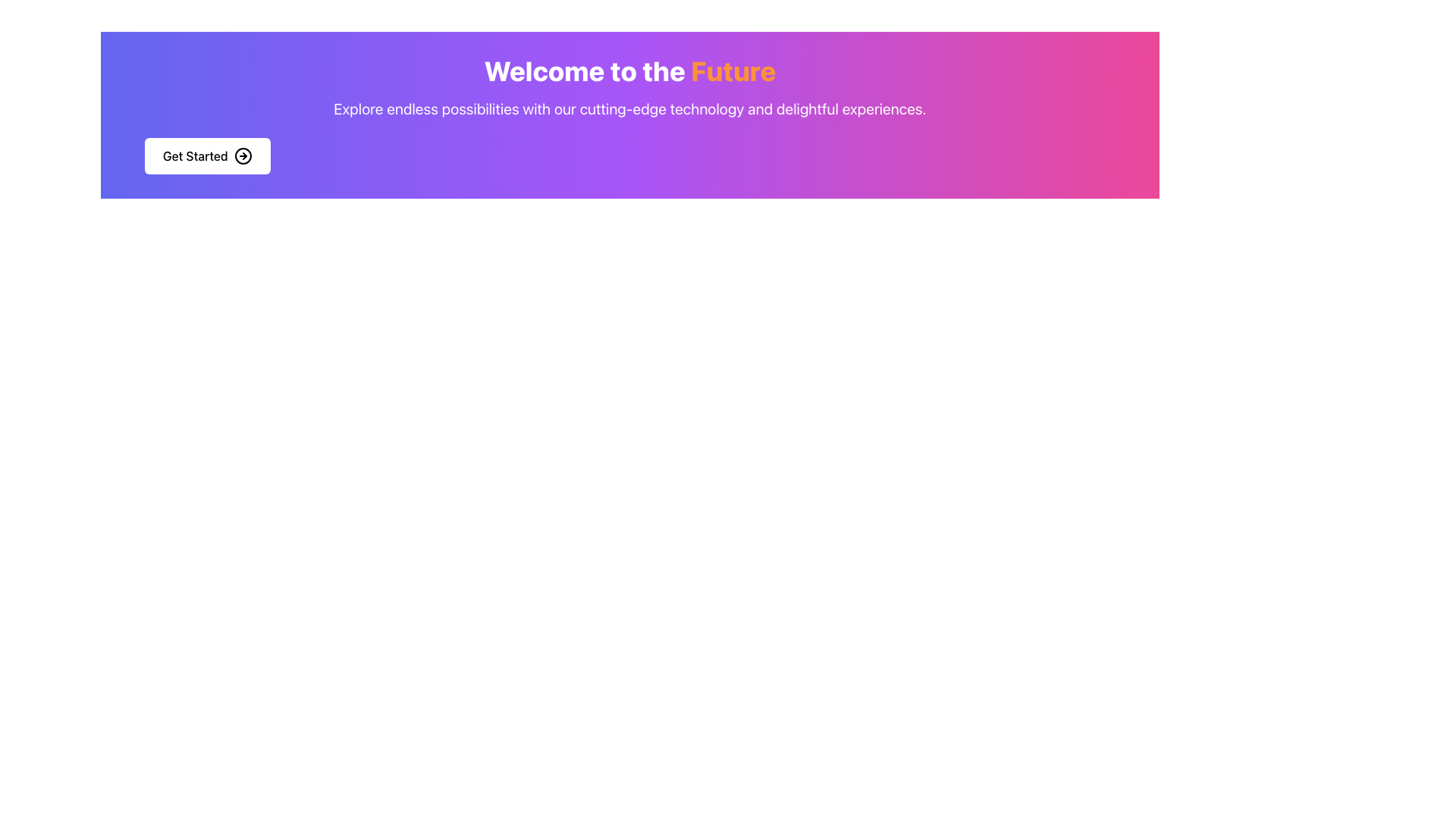 This screenshot has height=819, width=1456. What do you see at coordinates (629, 71) in the screenshot?
I see `the prominently displayed header text that reads 'Welcome to the Future', which features bold styling and highlights the word 'Future' in orange against a gradient background` at bounding box center [629, 71].